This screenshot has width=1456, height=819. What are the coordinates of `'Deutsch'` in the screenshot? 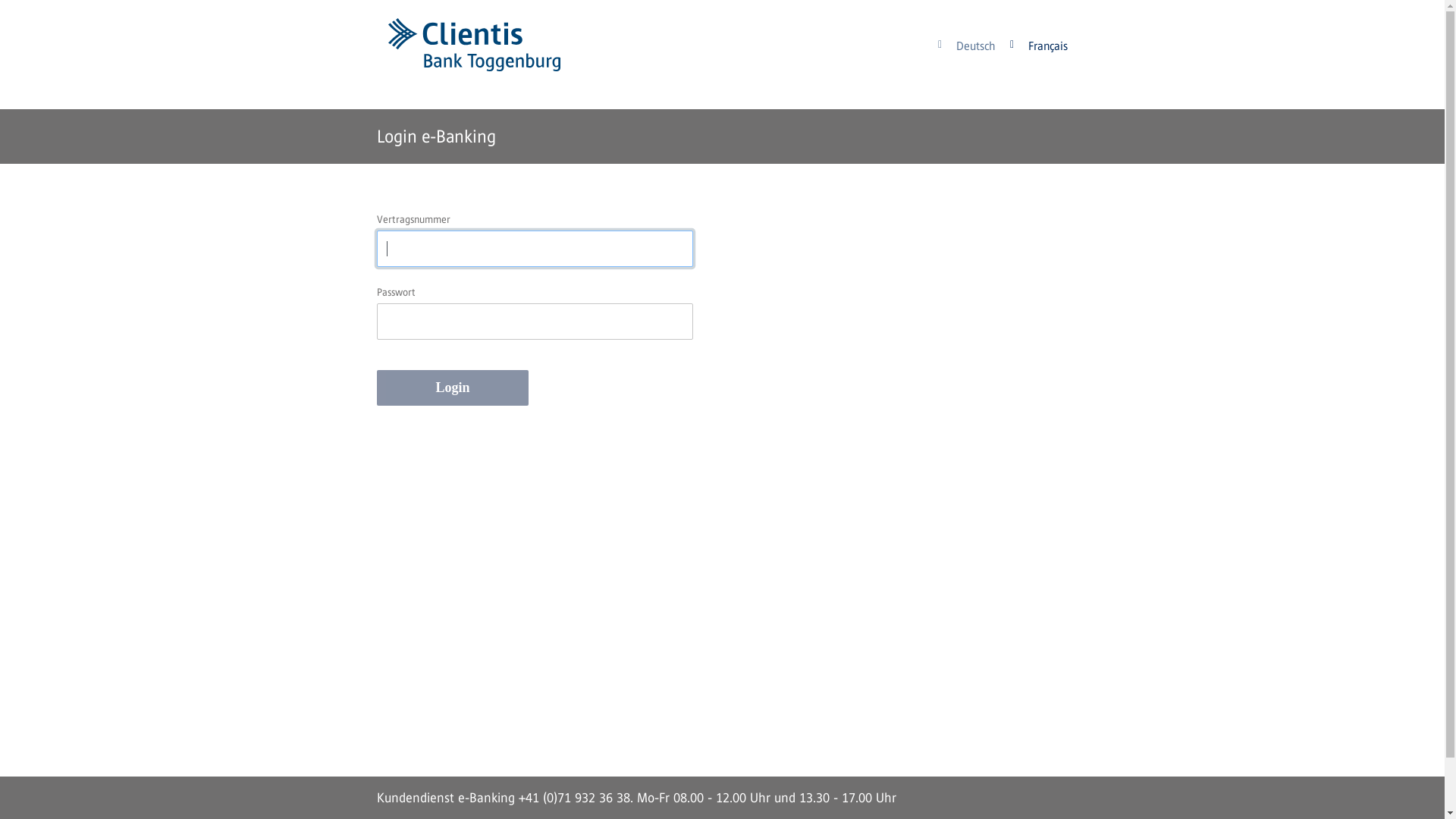 It's located at (965, 45).